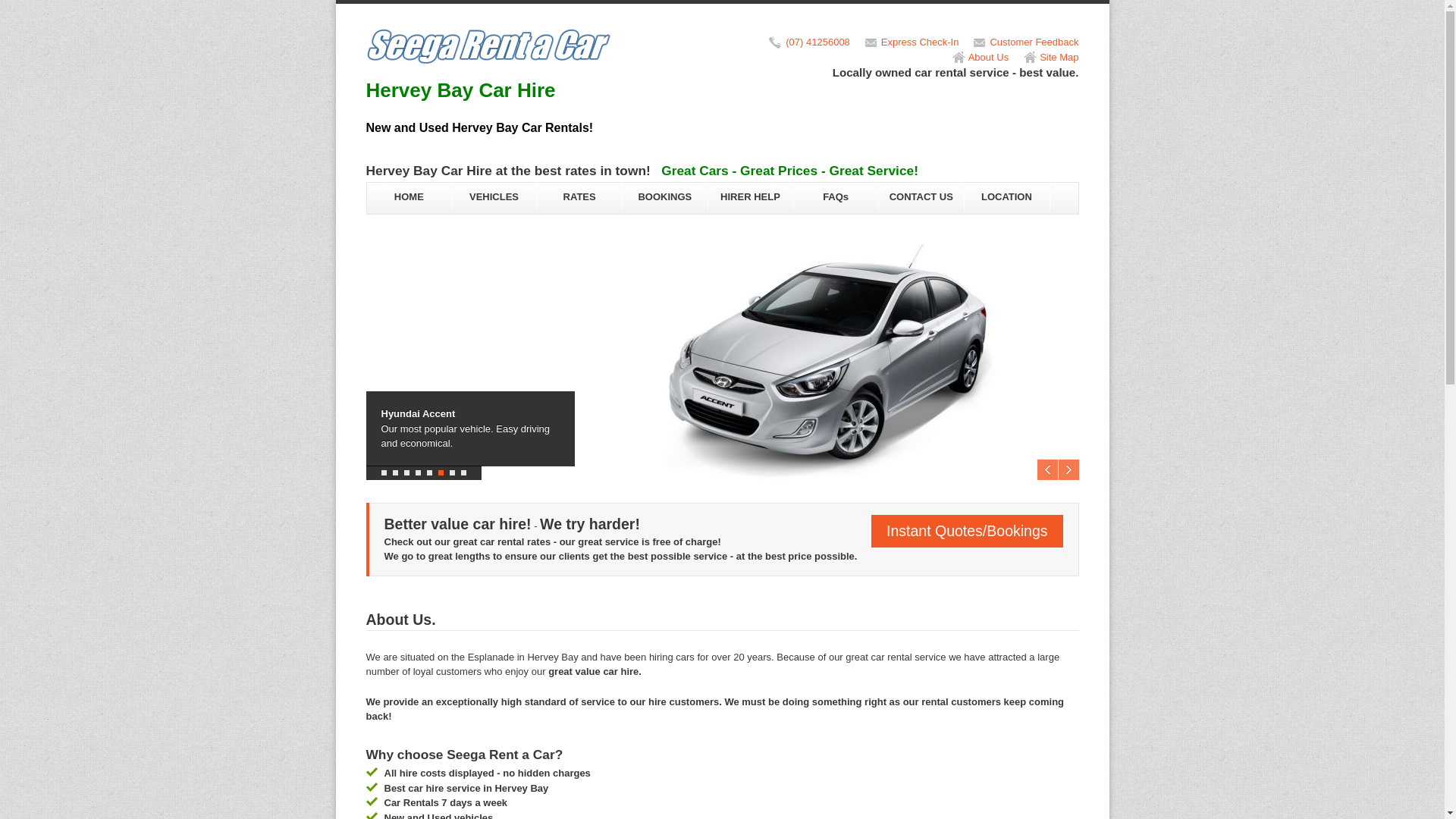  What do you see at coordinates (408, 196) in the screenshot?
I see `'HOME'` at bounding box center [408, 196].